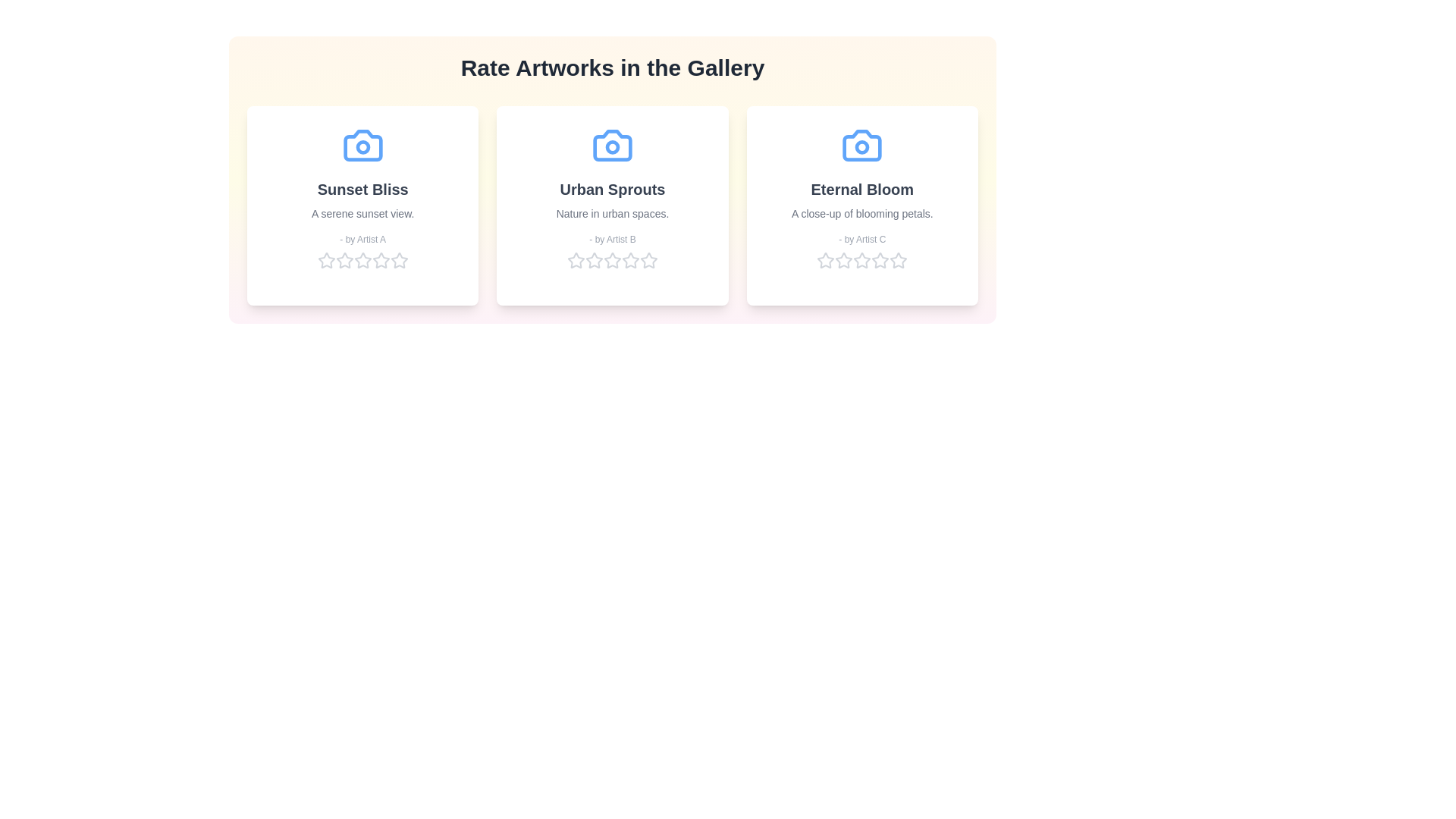  What do you see at coordinates (399, 259) in the screenshot?
I see `the star corresponding to 5 for the artwork 'Sunset Bliss' to set its rating` at bounding box center [399, 259].